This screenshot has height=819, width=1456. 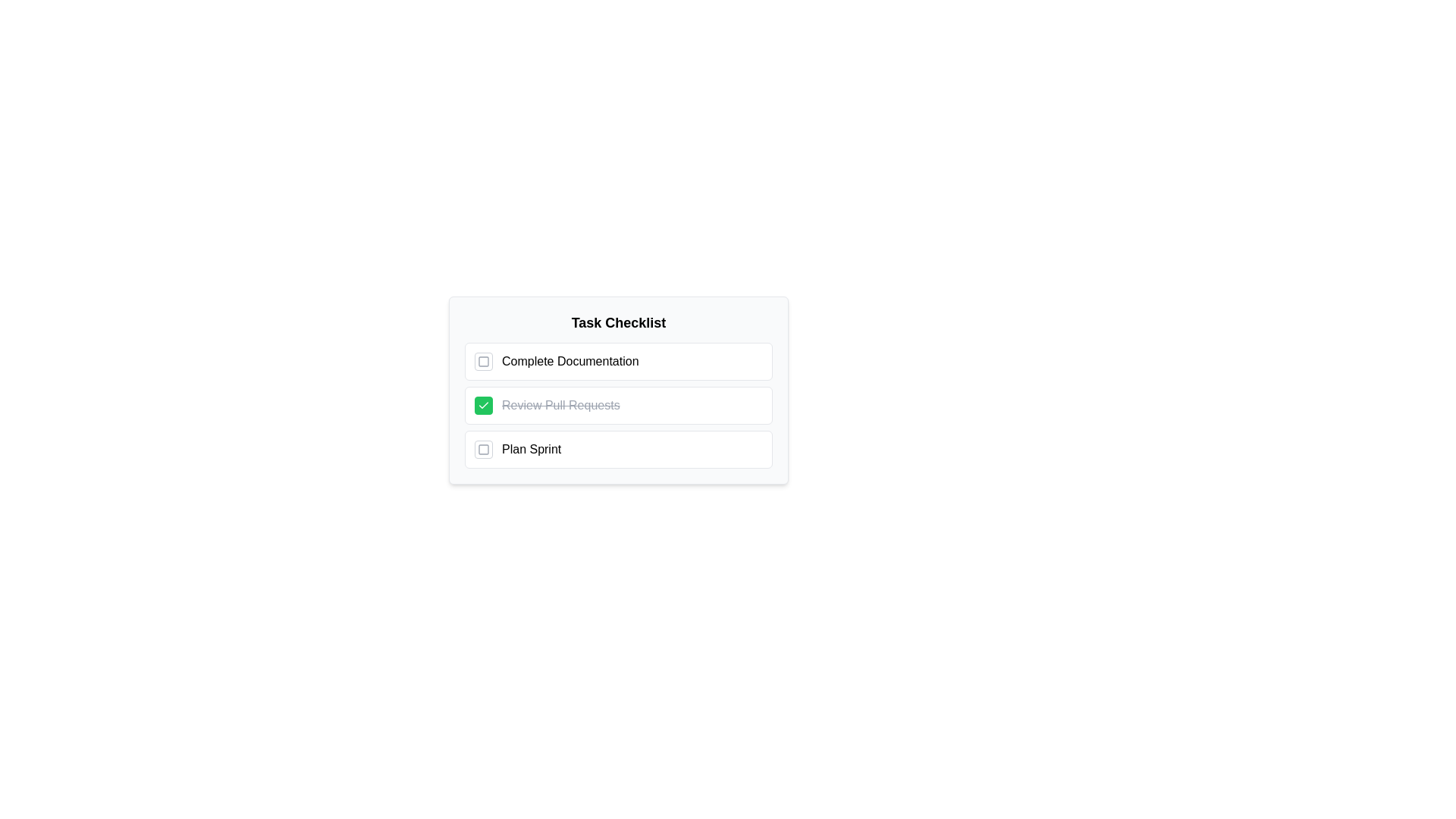 What do you see at coordinates (560, 405) in the screenshot?
I see `the completed task indicator text label for 'Review Pull Requests', which shows a strikethrough to signify it is done` at bounding box center [560, 405].